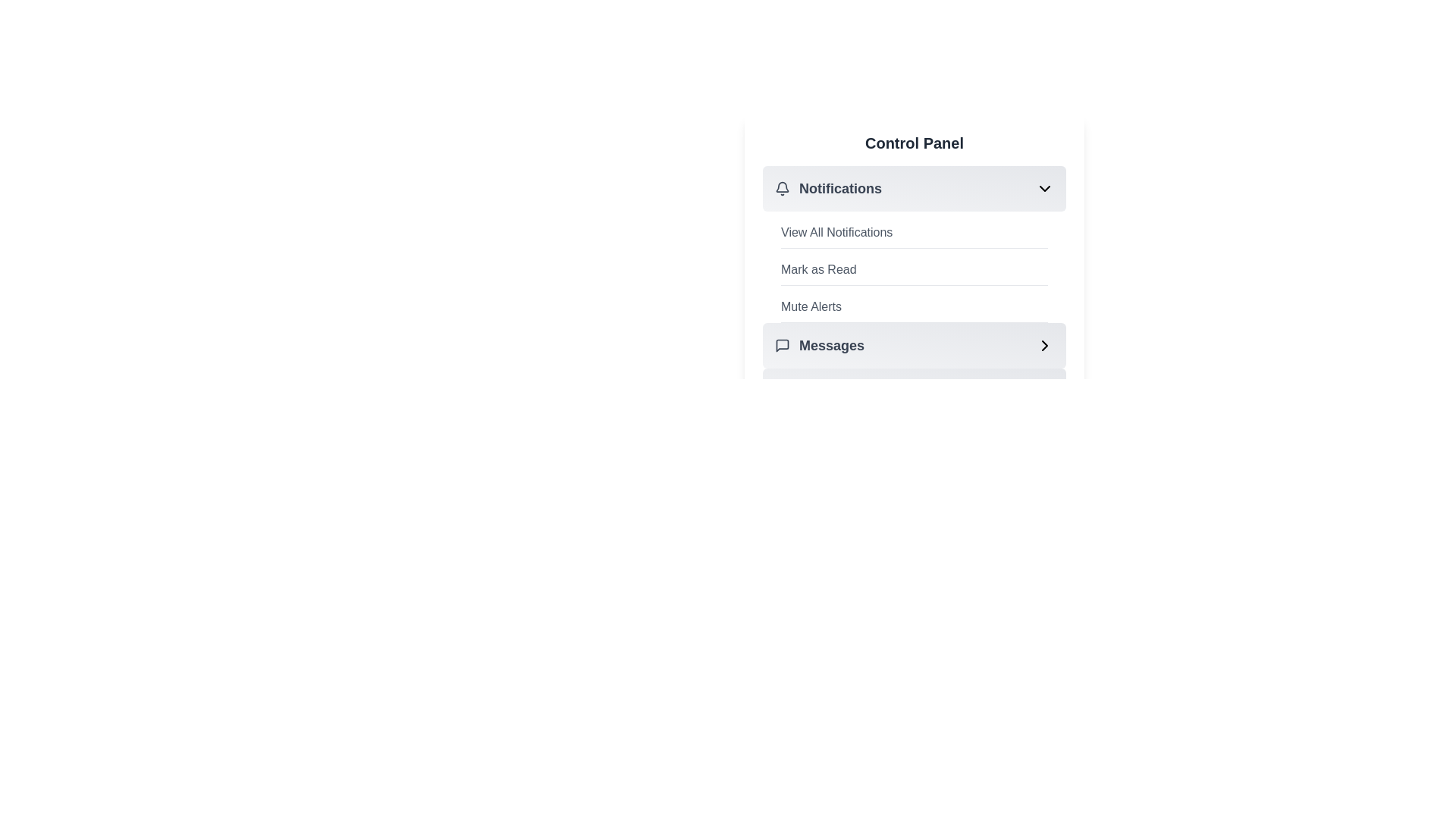  Describe the element at coordinates (827, 188) in the screenshot. I see `the textual label that serves as a title for the notification section, located prominently to the left of a dropdown arrow icon` at that location.